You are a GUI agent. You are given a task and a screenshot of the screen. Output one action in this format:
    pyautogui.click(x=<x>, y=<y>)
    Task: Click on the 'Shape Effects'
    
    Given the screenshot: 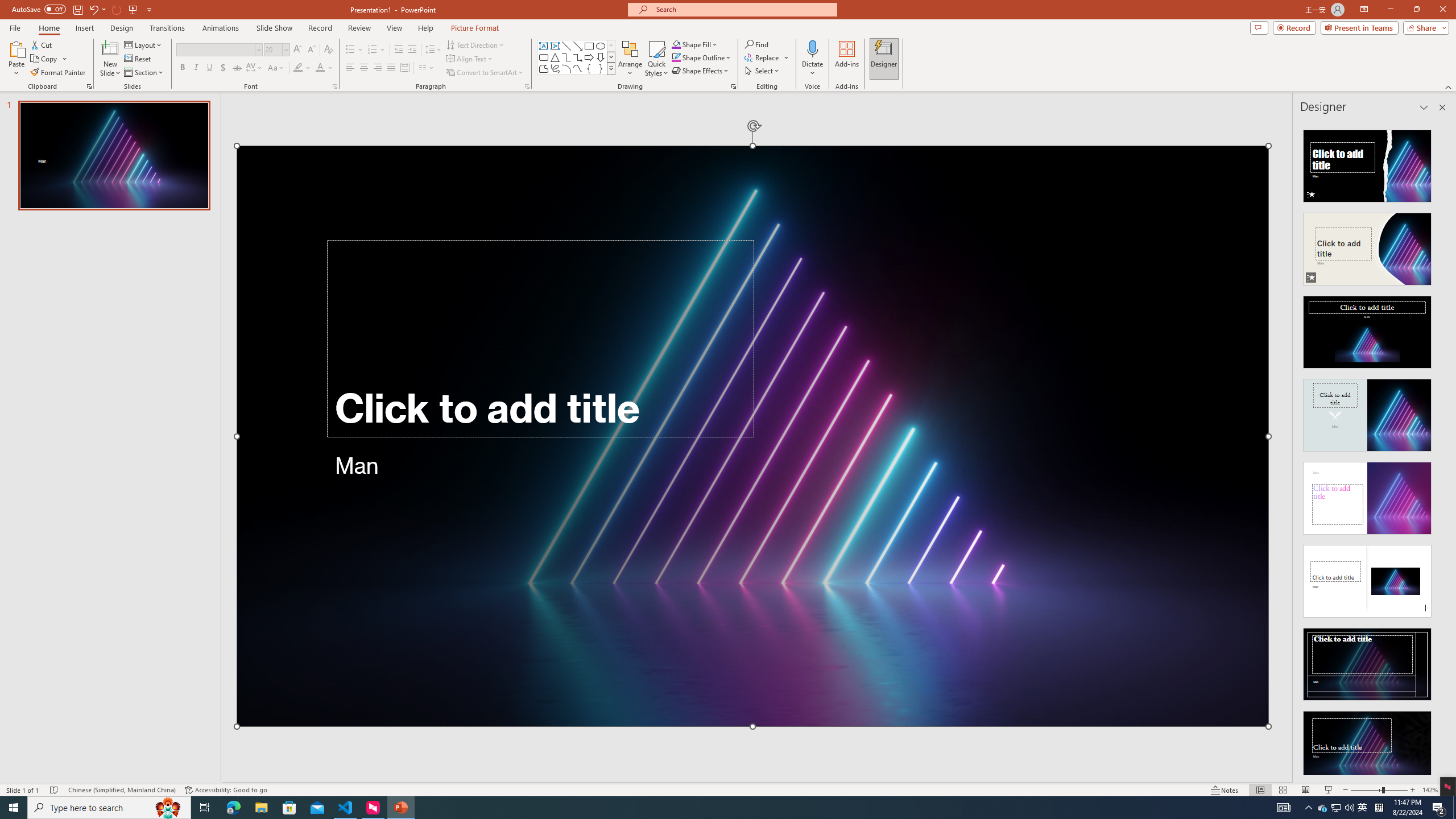 What is the action you would take?
    pyautogui.click(x=700, y=69)
    